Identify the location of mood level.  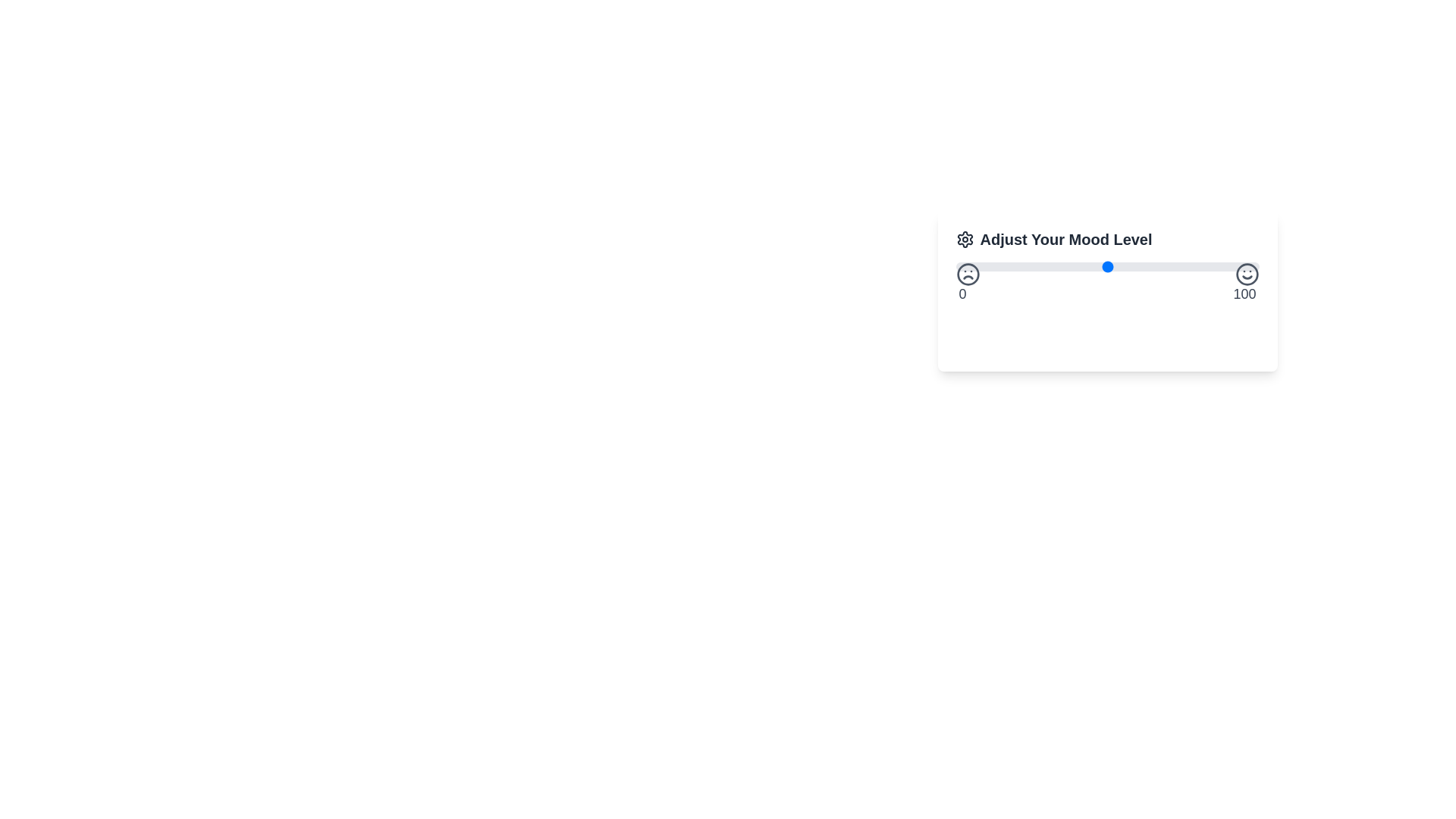
(1025, 265).